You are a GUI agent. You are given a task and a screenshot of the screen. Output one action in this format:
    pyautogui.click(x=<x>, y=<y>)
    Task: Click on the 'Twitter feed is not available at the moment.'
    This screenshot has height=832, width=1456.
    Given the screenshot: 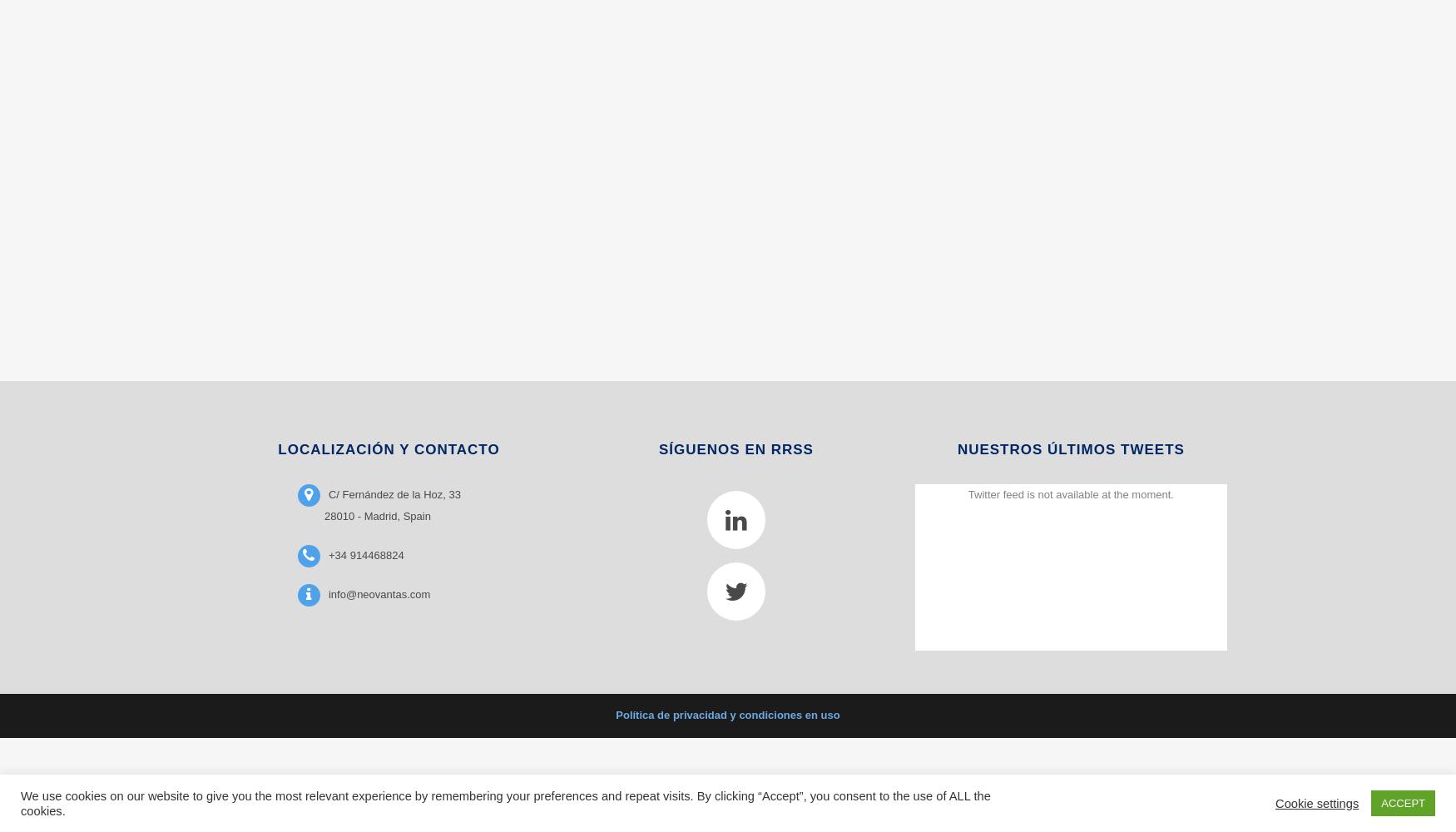 What is the action you would take?
    pyautogui.click(x=1069, y=493)
    